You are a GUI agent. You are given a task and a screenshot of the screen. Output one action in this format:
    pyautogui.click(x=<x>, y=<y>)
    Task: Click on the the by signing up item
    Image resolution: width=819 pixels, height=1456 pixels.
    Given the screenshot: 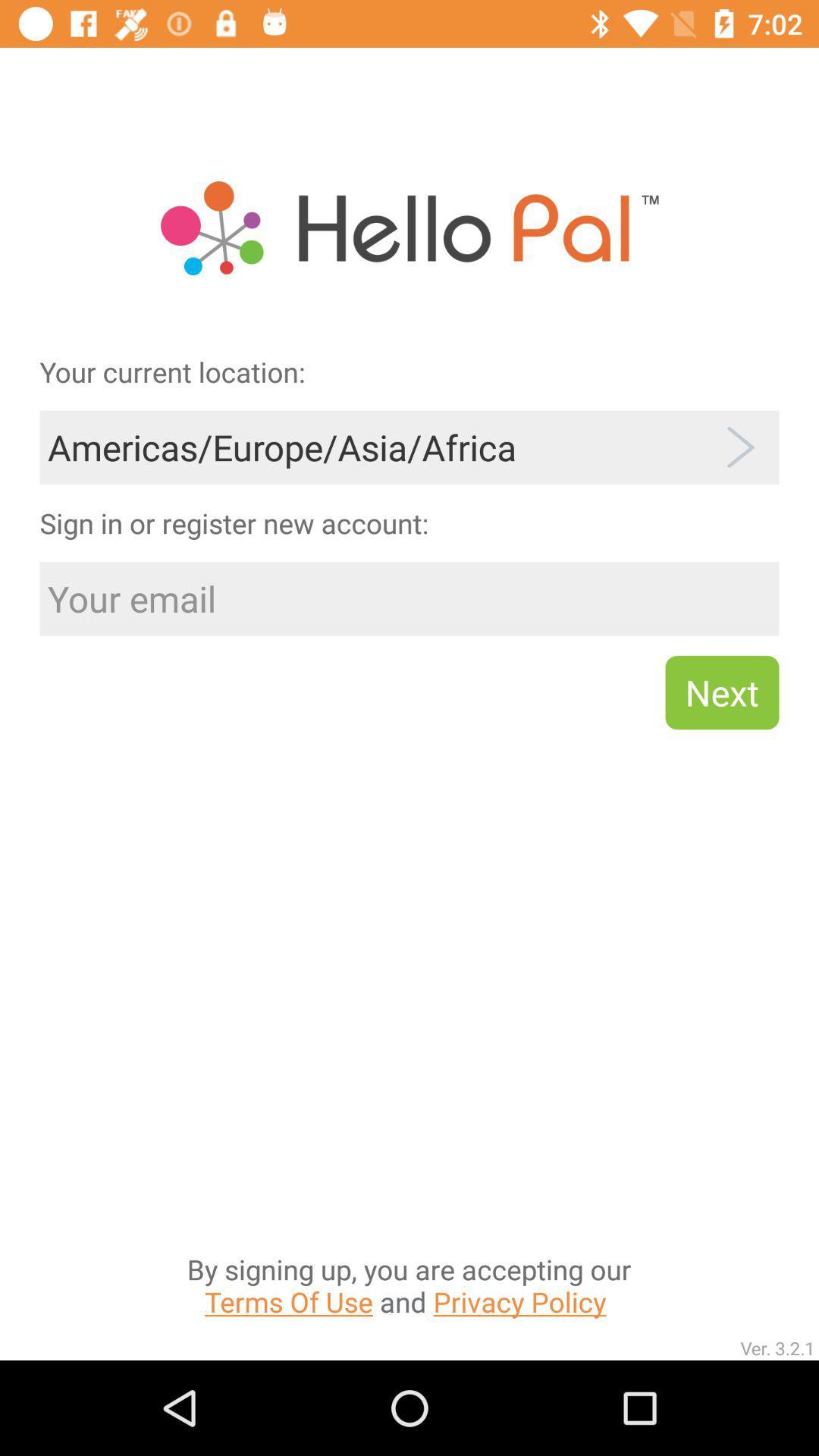 What is the action you would take?
    pyautogui.click(x=408, y=1133)
    